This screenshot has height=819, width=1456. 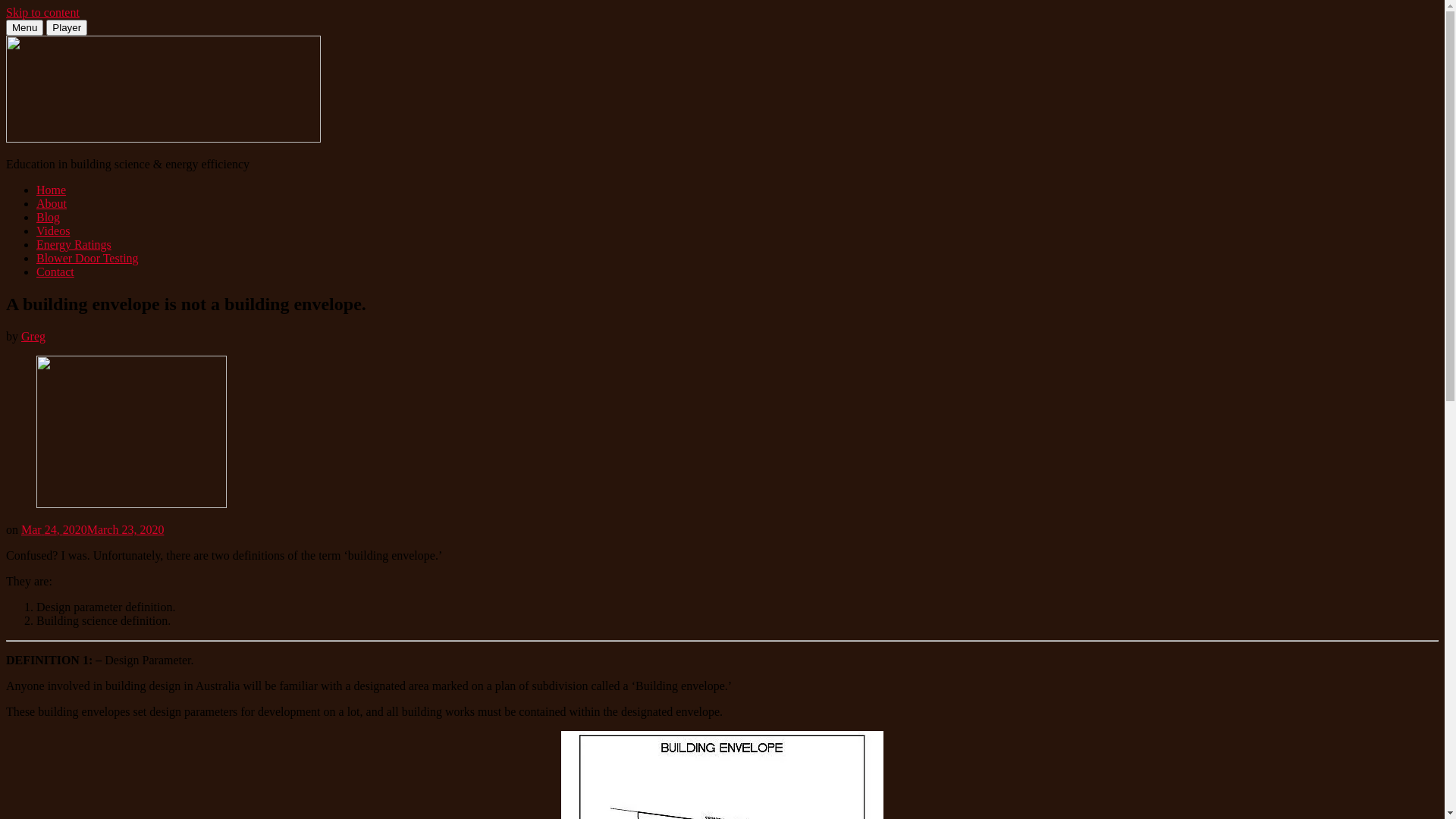 What do you see at coordinates (24, 27) in the screenshot?
I see `'Menu'` at bounding box center [24, 27].